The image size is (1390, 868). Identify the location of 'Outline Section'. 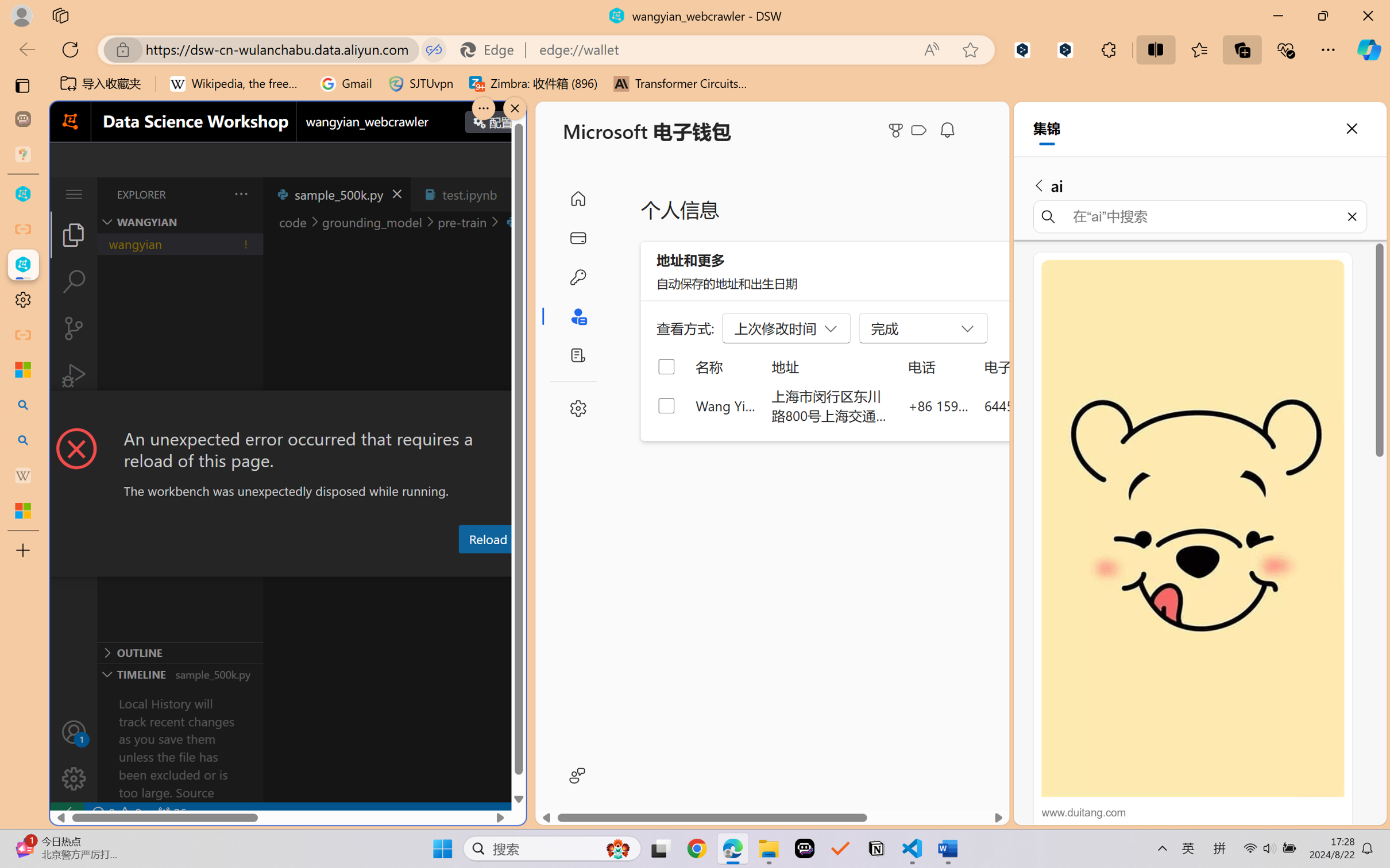
(180, 652).